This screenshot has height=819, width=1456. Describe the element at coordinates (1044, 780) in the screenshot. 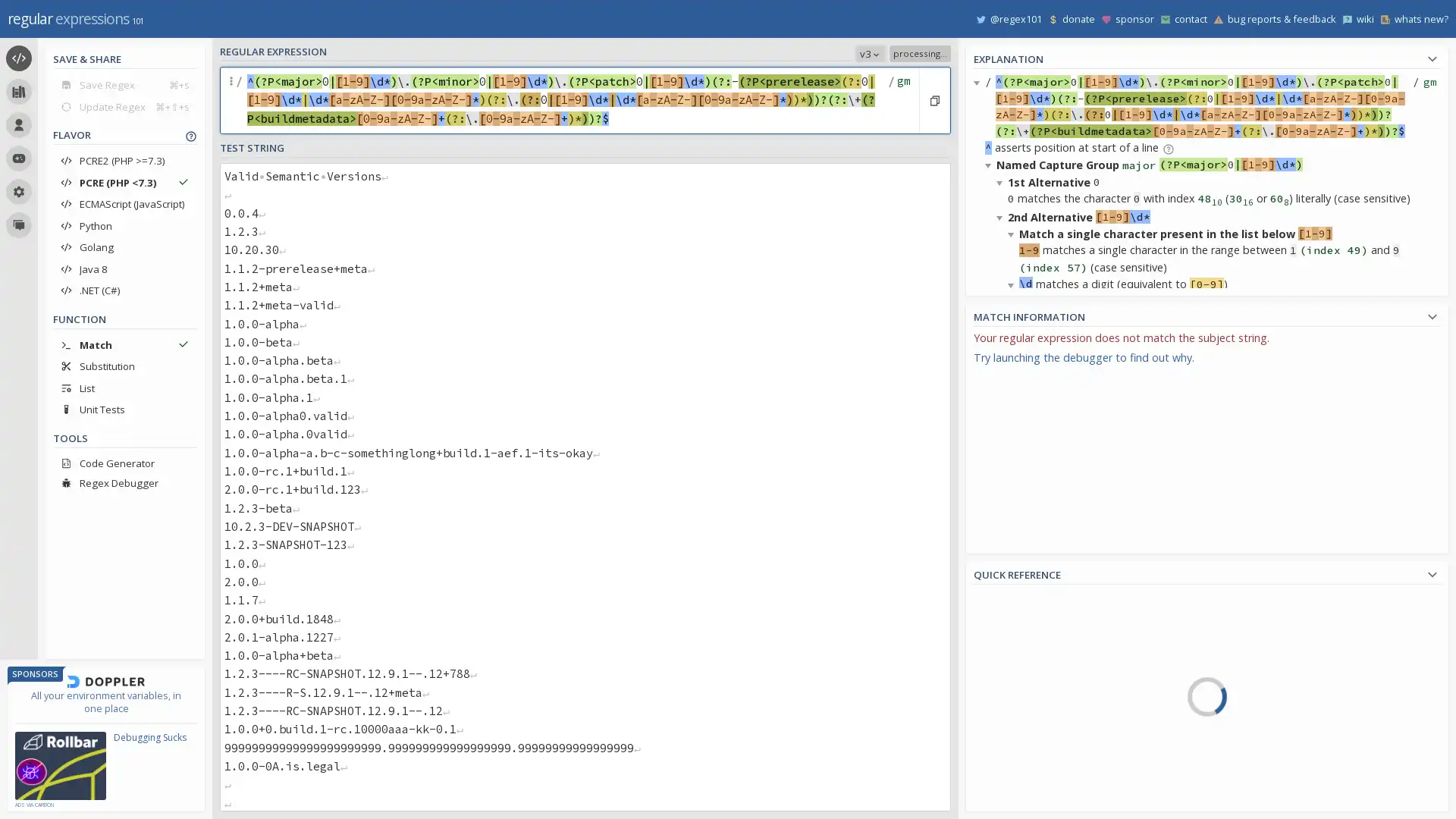

I see `Character Classes` at that location.